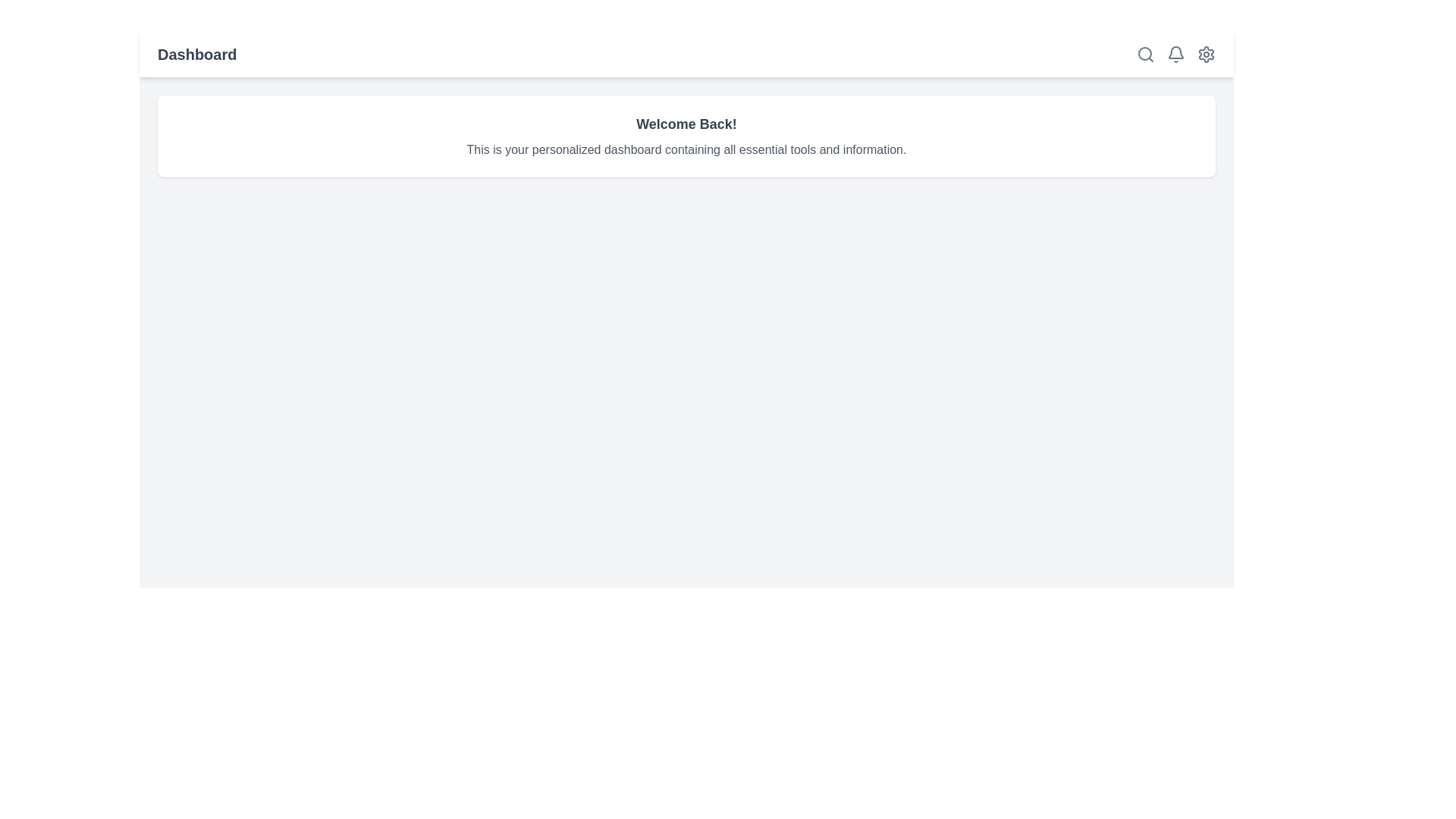  What do you see at coordinates (1175, 52) in the screenshot?
I see `the curved line that forms the main body of the bell icon in the top-right corner of the interface` at bounding box center [1175, 52].